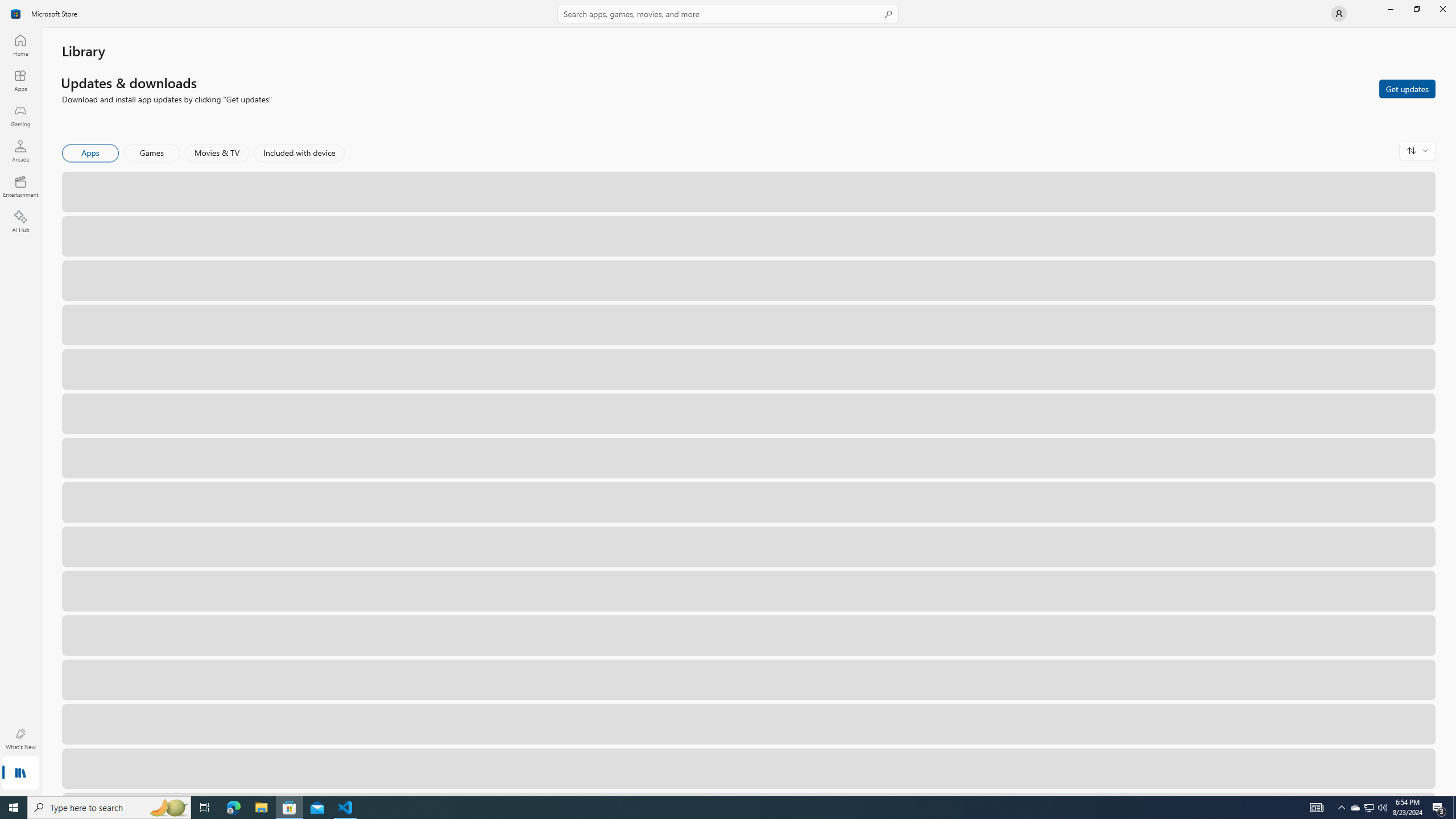 This screenshot has height=819, width=1456. Describe the element at coordinates (1417, 150) in the screenshot. I see `'Sort and filter'` at that location.